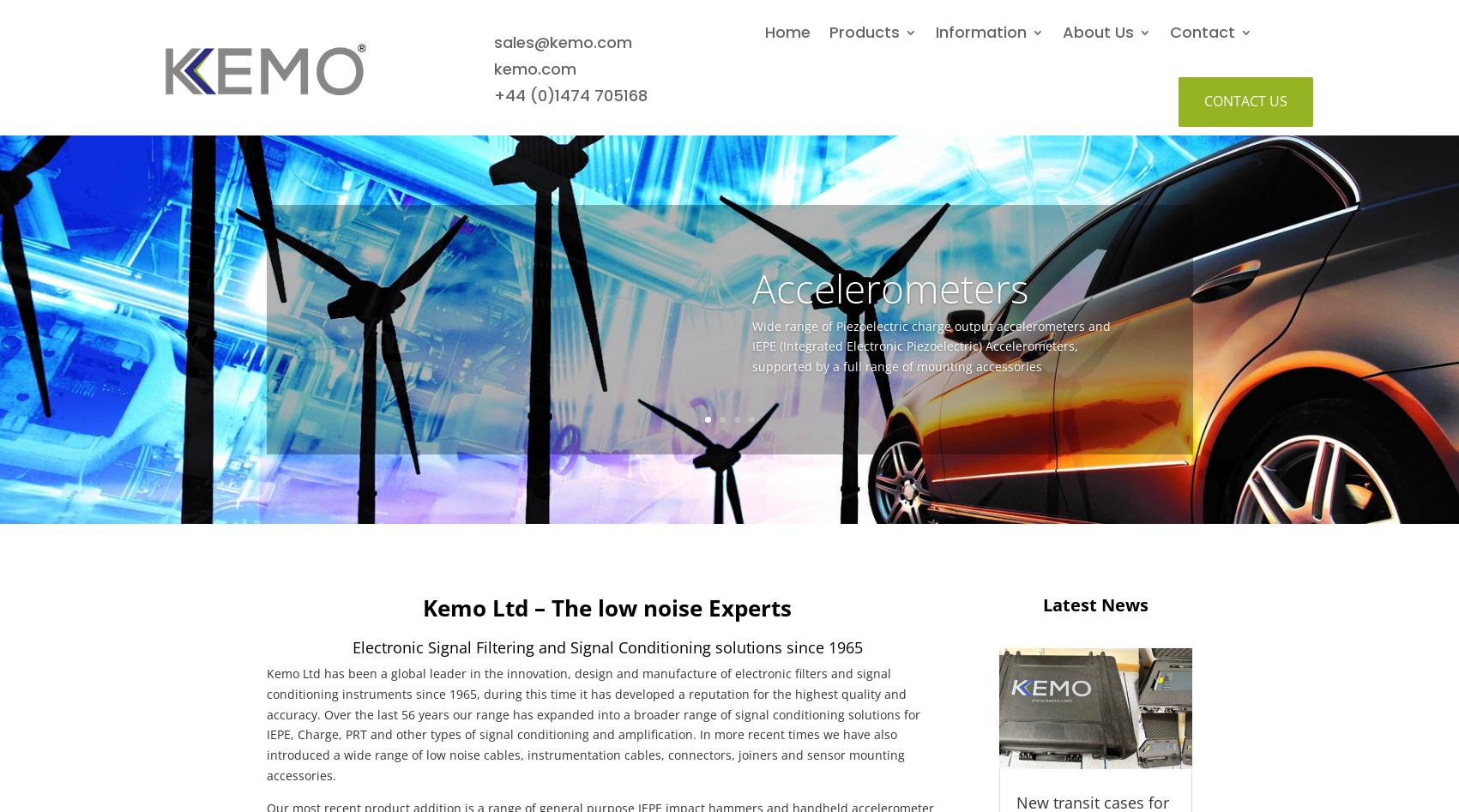 The width and height of the screenshot is (1459, 812). Describe the element at coordinates (1102, 81) in the screenshot. I see `'DIN Rail Filters'` at that location.